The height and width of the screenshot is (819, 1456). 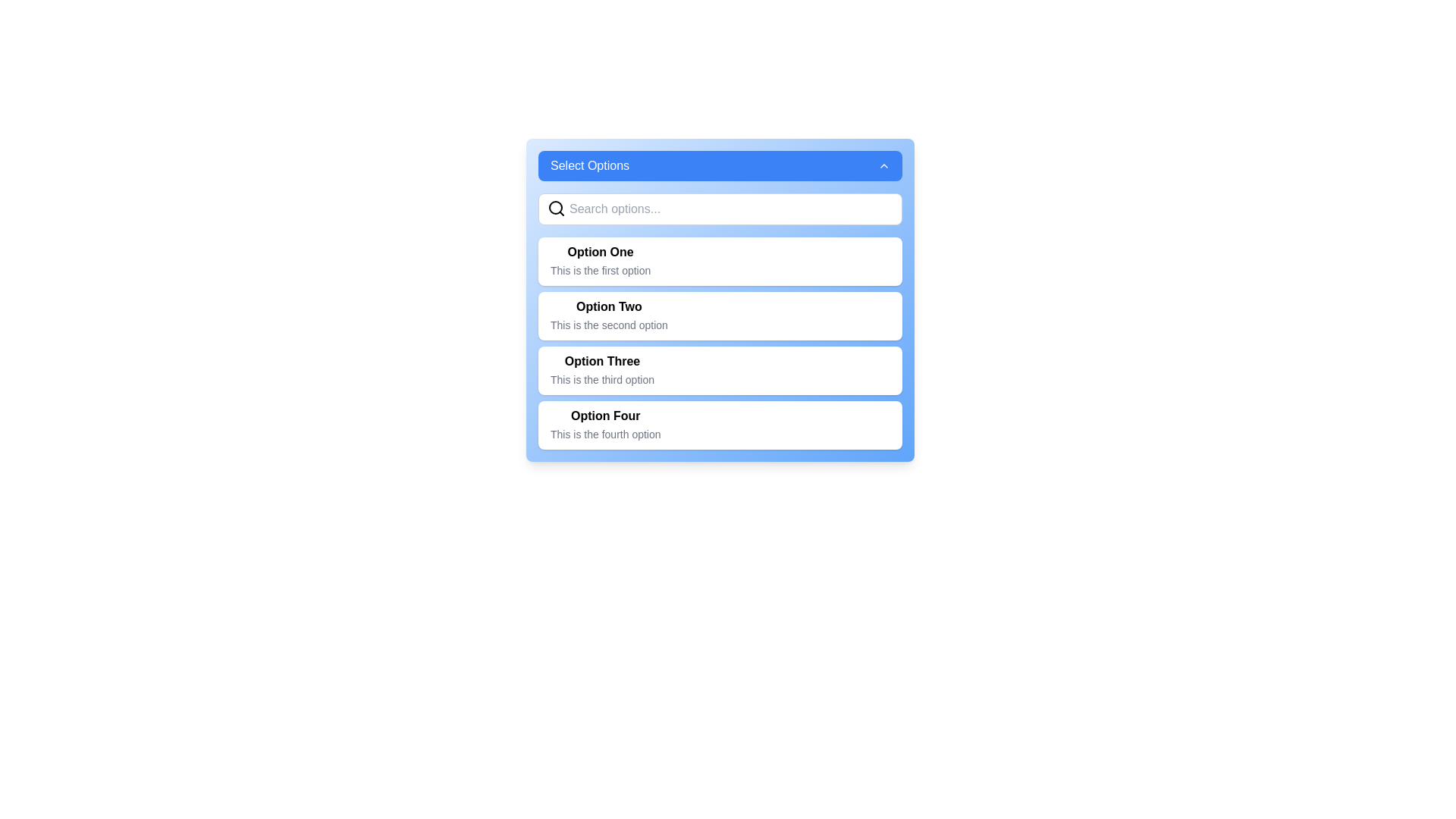 I want to click on the text element that reads 'This is the first option', which is located directly below 'Option One' in the dropdown menu, so click(x=600, y=270).